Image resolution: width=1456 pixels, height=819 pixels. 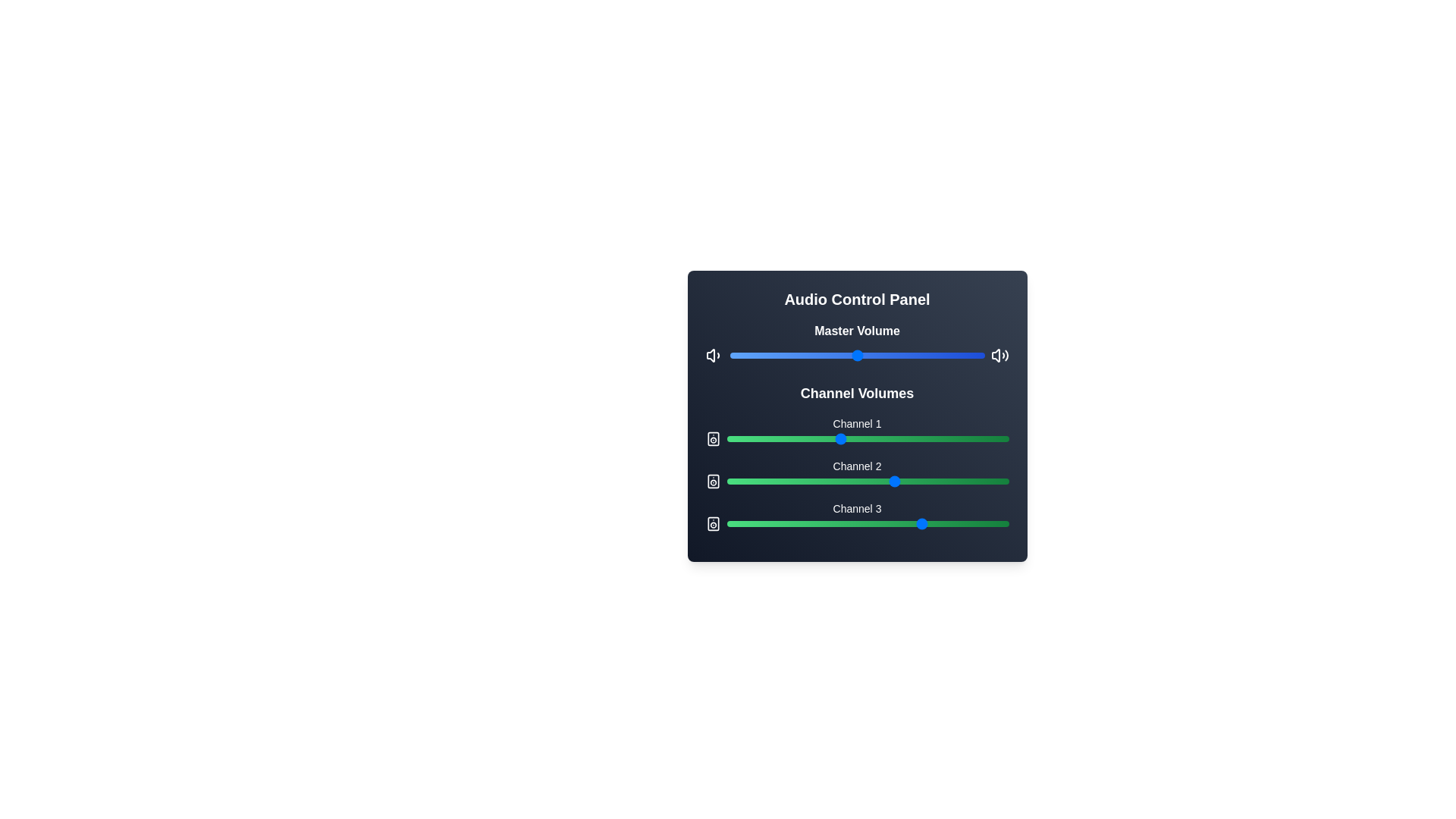 I want to click on the slider value, so click(x=793, y=522).